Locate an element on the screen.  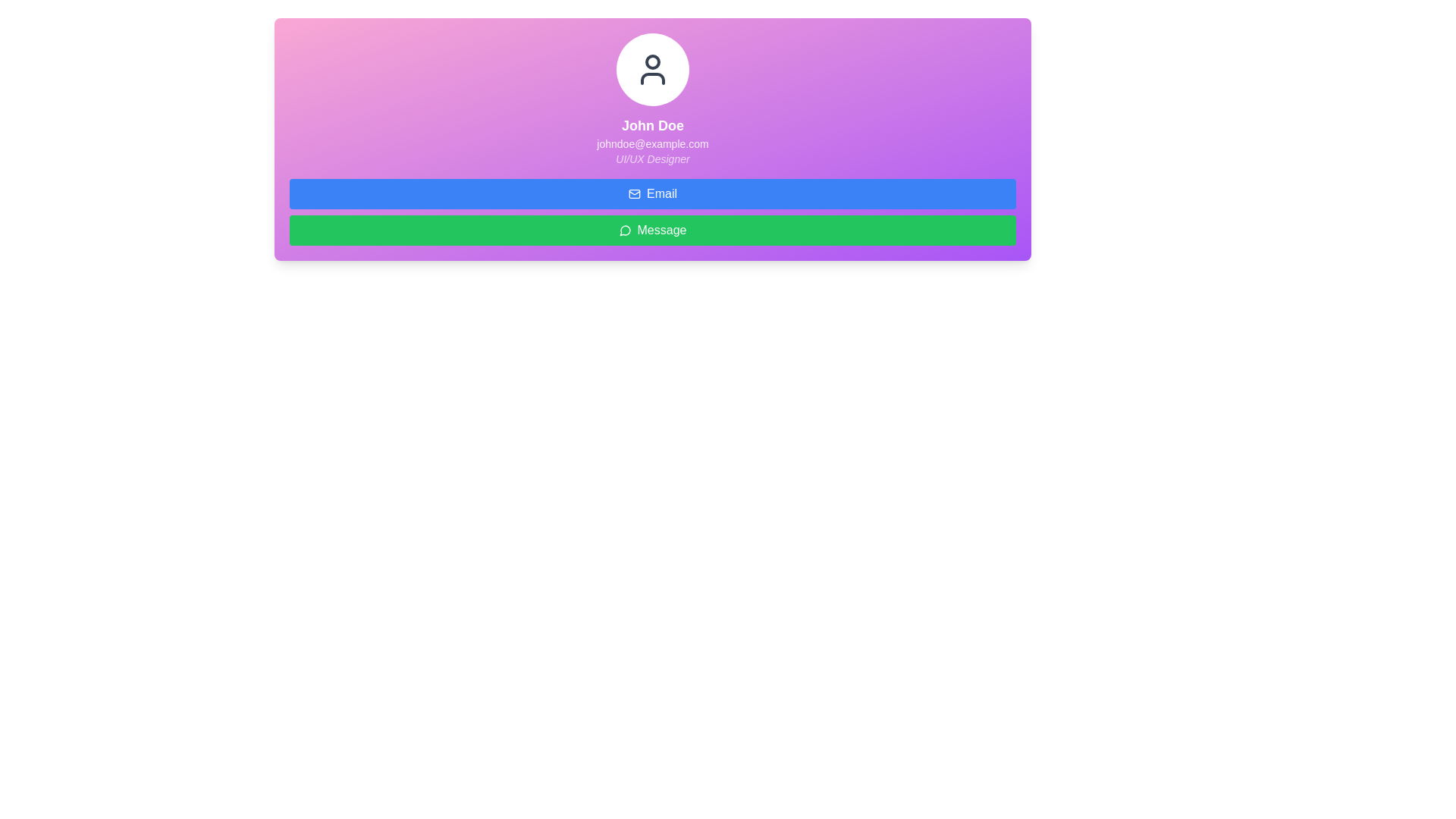
the messaging SVG icon located within the green 'Message' button at the bottom of the main card interface is located at coordinates (625, 231).